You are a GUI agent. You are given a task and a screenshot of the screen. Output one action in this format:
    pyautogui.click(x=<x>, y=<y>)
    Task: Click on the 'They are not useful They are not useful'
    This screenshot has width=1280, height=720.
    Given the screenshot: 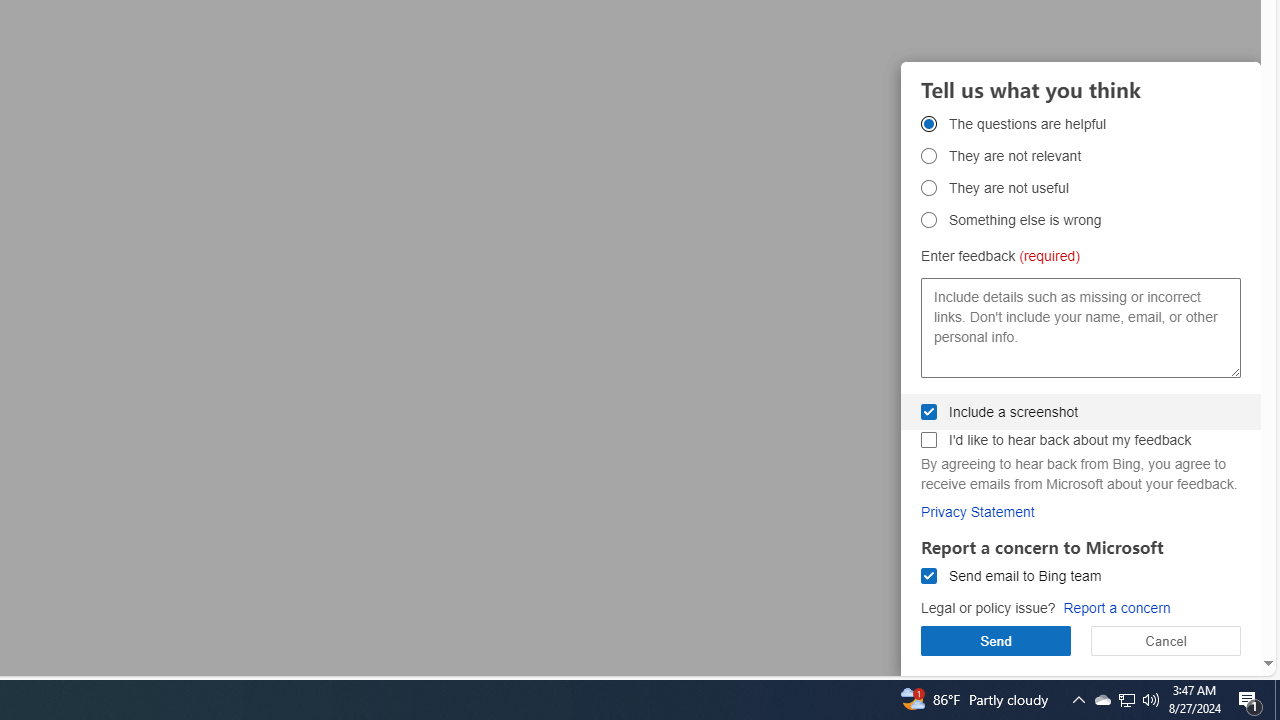 What is the action you would take?
    pyautogui.click(x=928, y=187)
    